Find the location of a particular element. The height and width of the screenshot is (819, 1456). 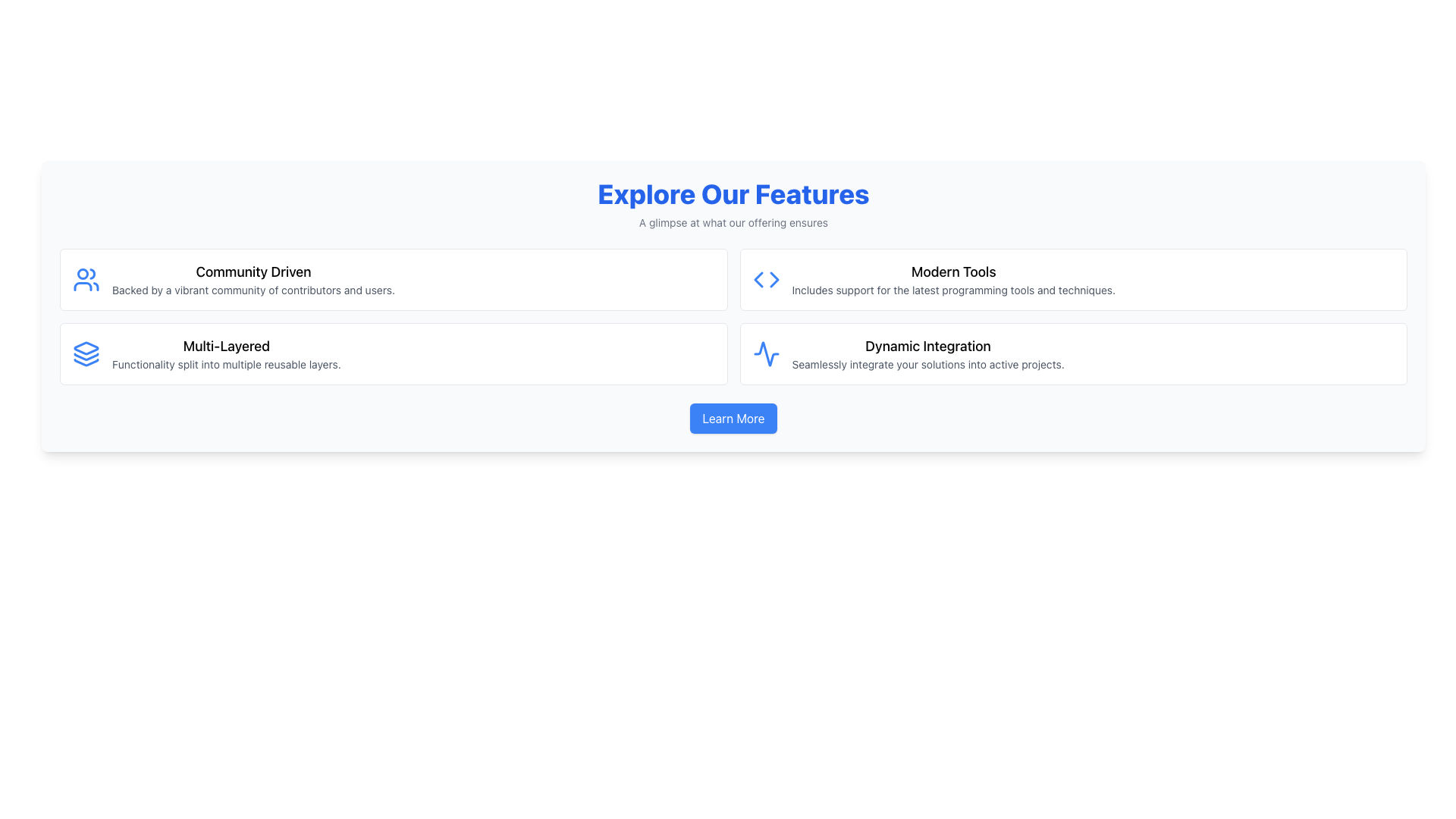

the text label that reads 'Includes support for the latest programming tools and techniques.' located below 'Modern Tools' in the top-right card of the grid layout is located at coordinates (952, 290).